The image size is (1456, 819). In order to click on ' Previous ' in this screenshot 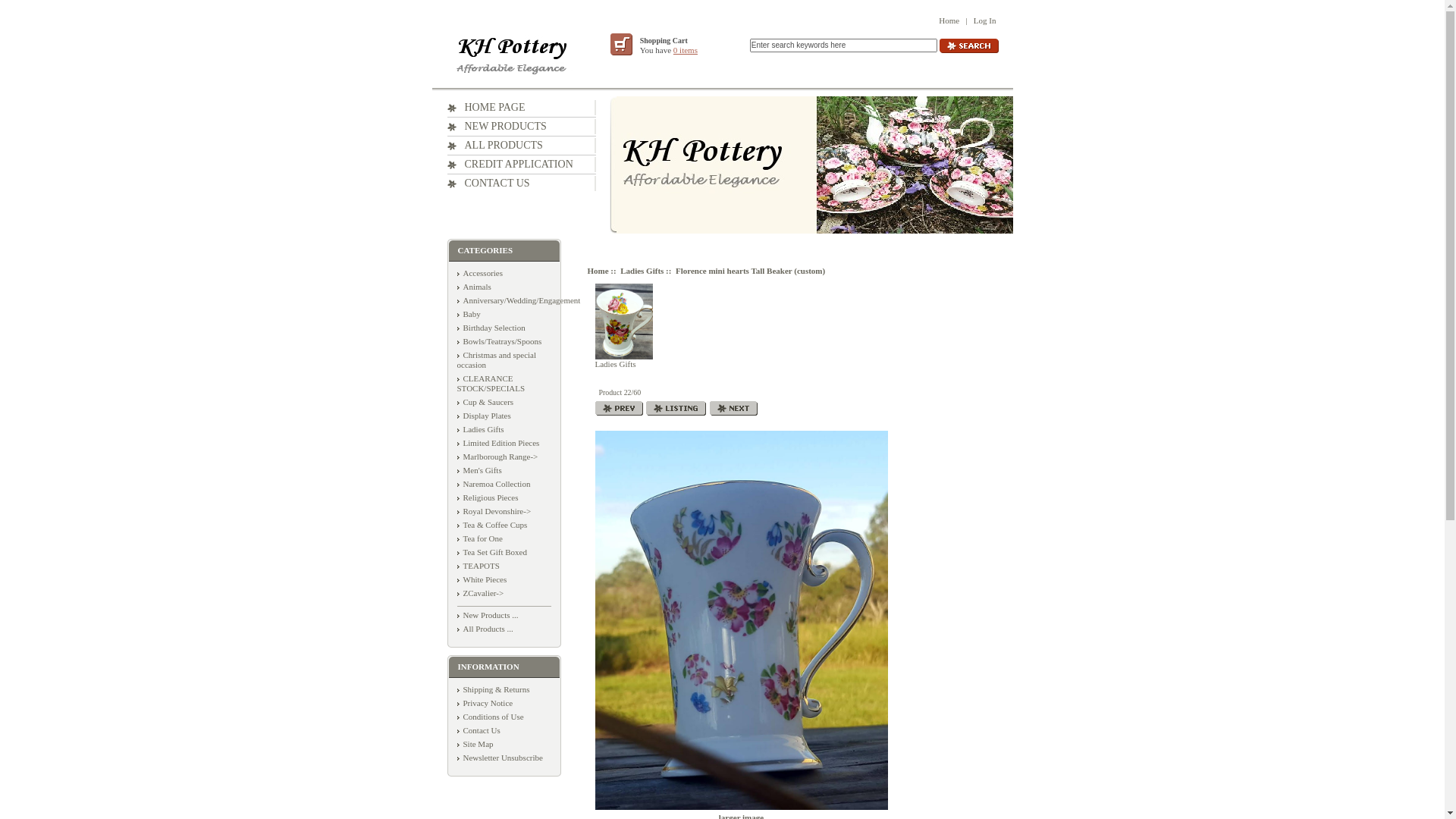, I will do `click(618, 407)`.